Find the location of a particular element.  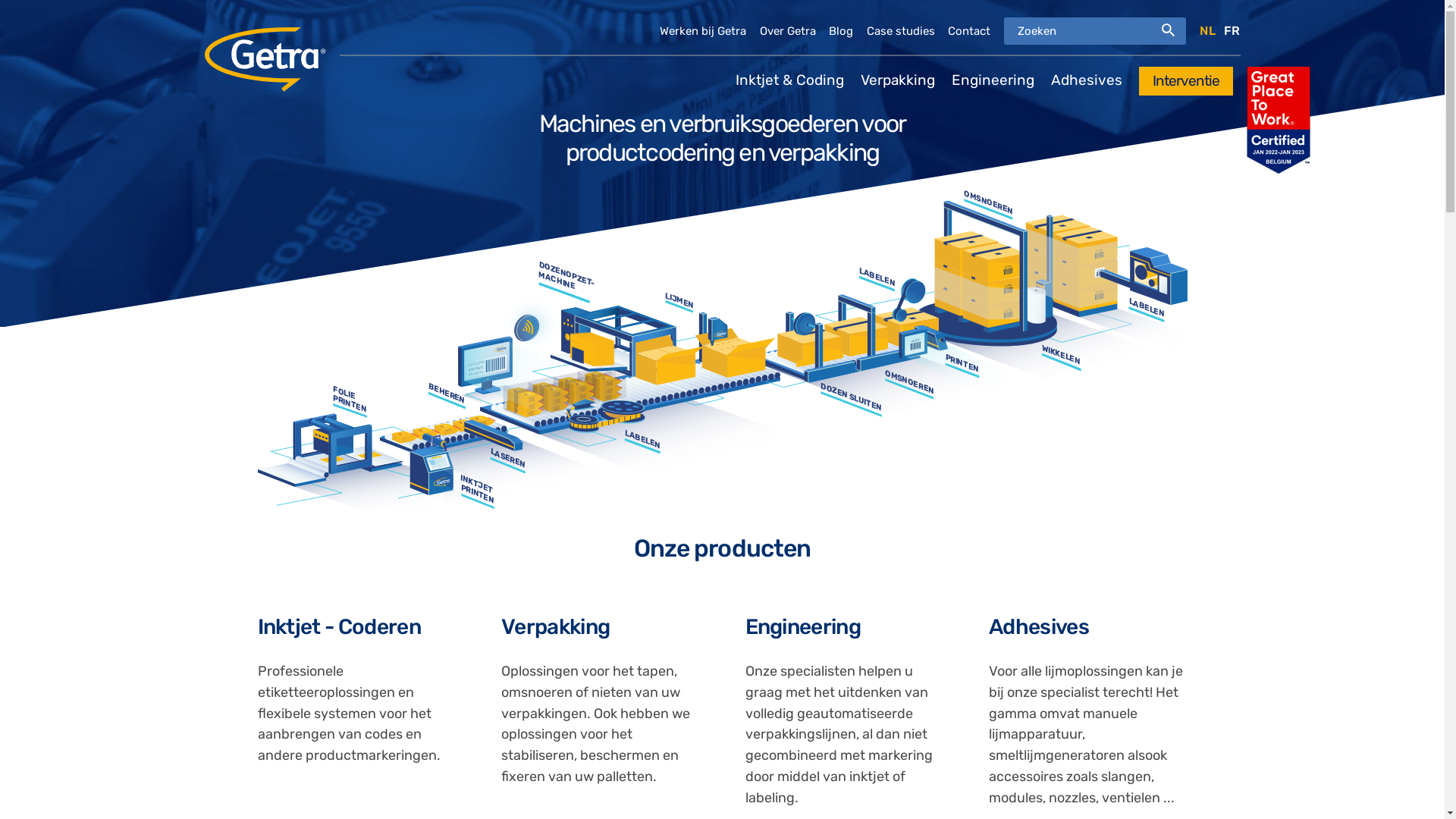

'Case studies' is located at coordinates (901, 31).